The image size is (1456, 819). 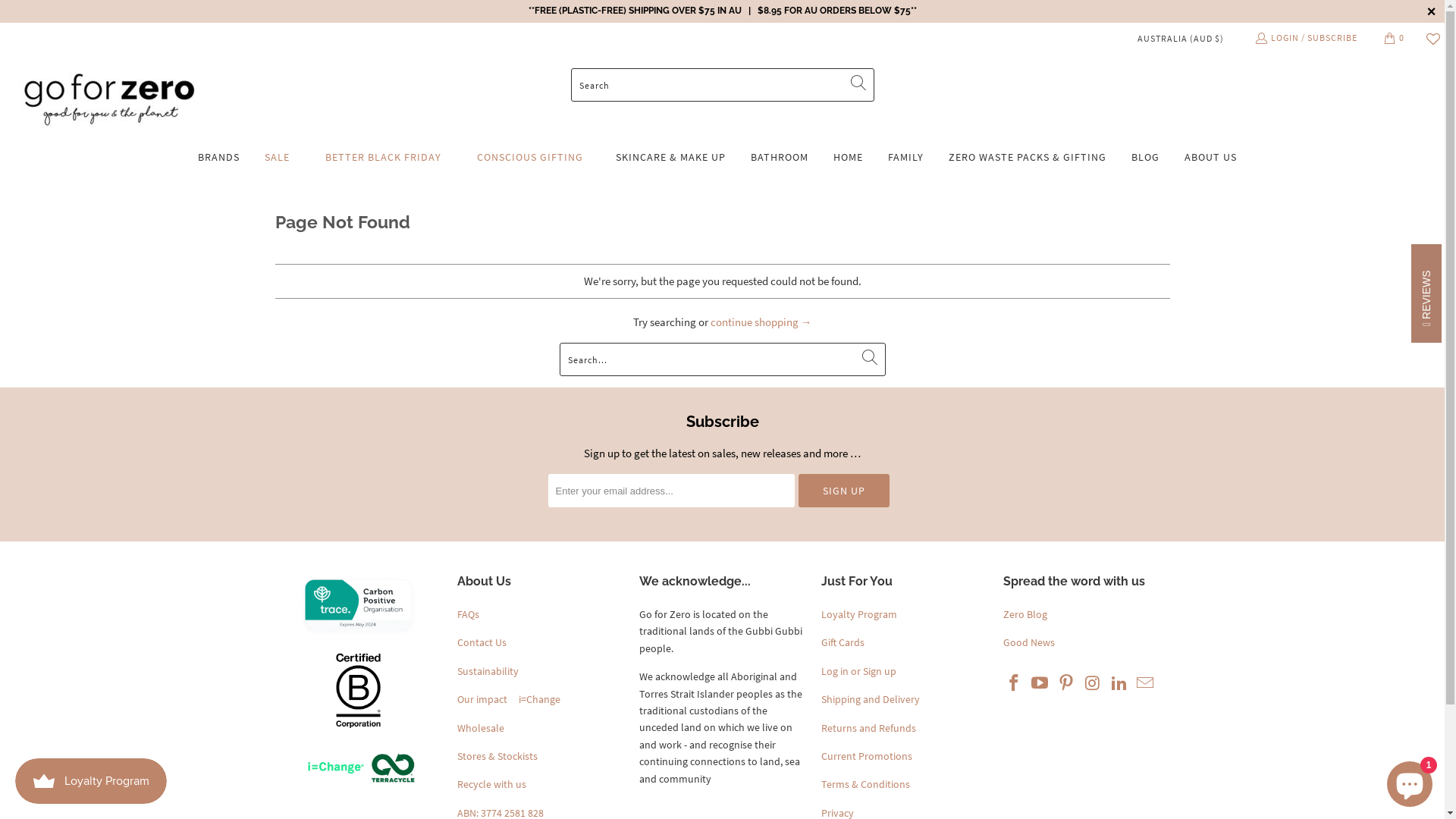 What do you see at coordinates (796, 491) in the screenshot?
I see `'Sign Up'` at bounding box center [796, 491].